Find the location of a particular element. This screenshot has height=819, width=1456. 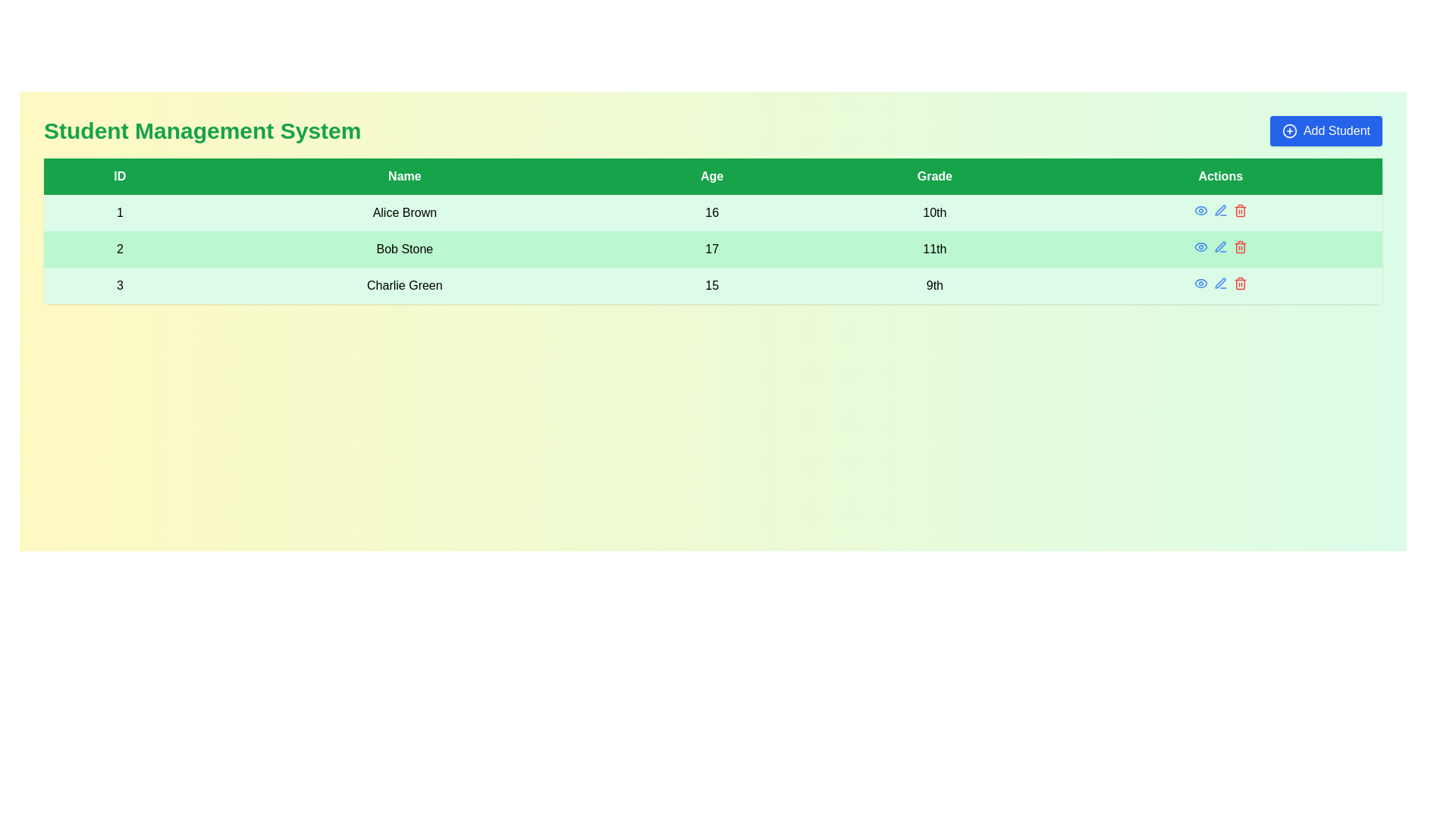

the edit icon button located in the Actions column of the second row of the data table, which is positioned between the eye icon and the trash bin icon is located at coordinates (1220, 246).